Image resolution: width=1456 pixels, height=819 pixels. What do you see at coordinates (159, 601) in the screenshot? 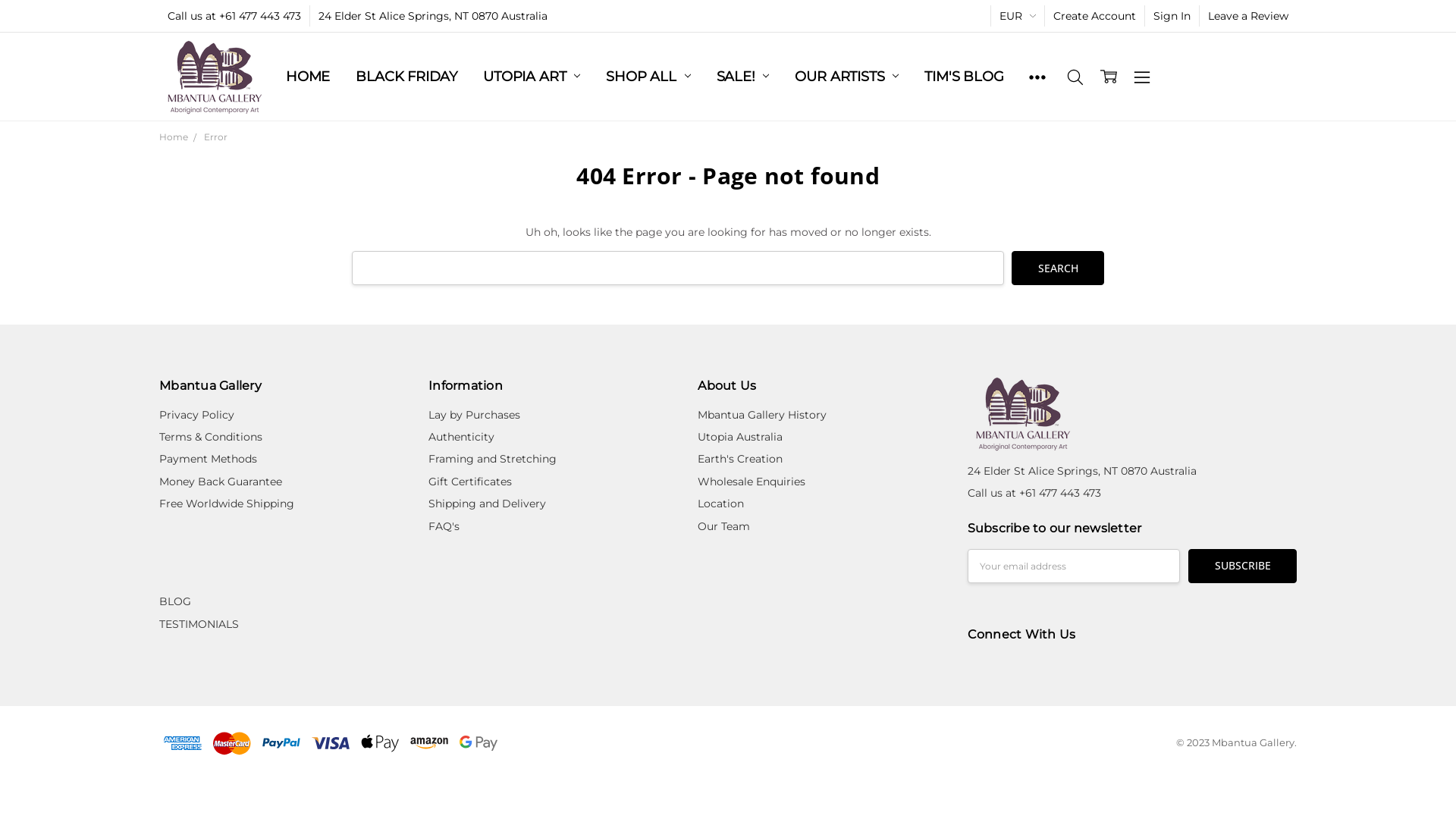
I see `'BLOG'` at bounding box center [159, 601].